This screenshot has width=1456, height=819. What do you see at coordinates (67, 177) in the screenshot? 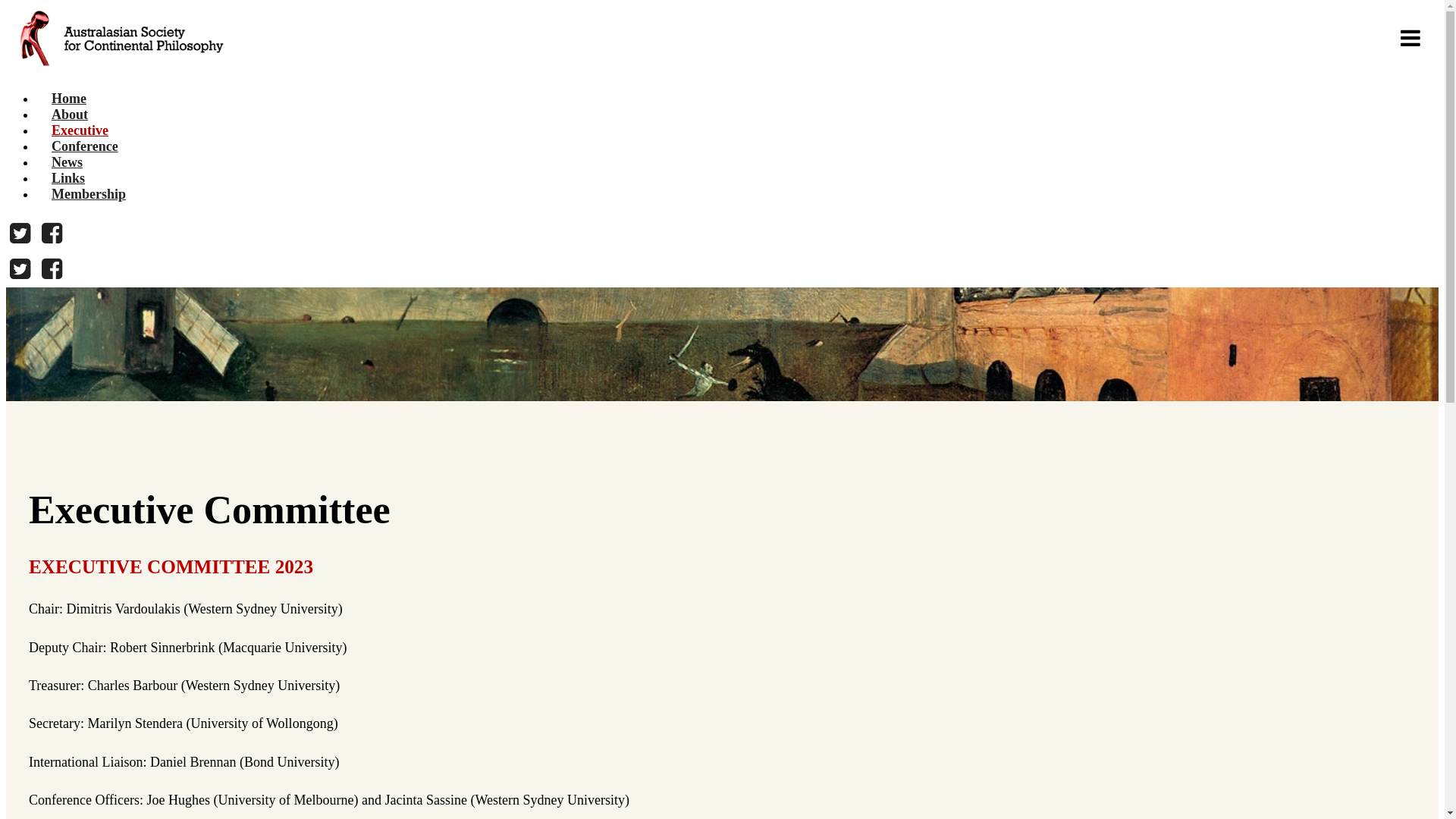
I see `'Links'` at bounding box center [67, 177].